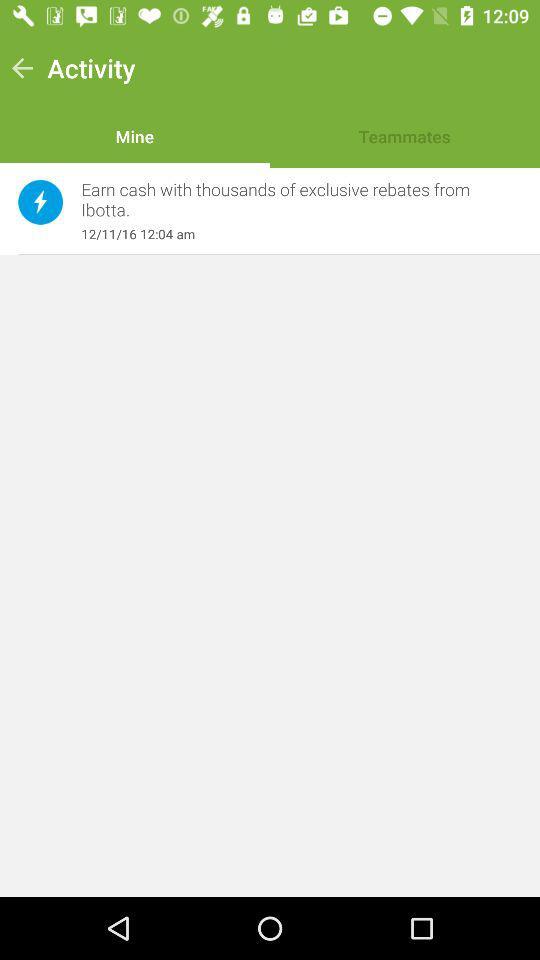 This screenshot has height=960, width=540. Describe the element at coordinates (21, 68) in the screenshot. I see `the item to the left of activity icon` at that location.